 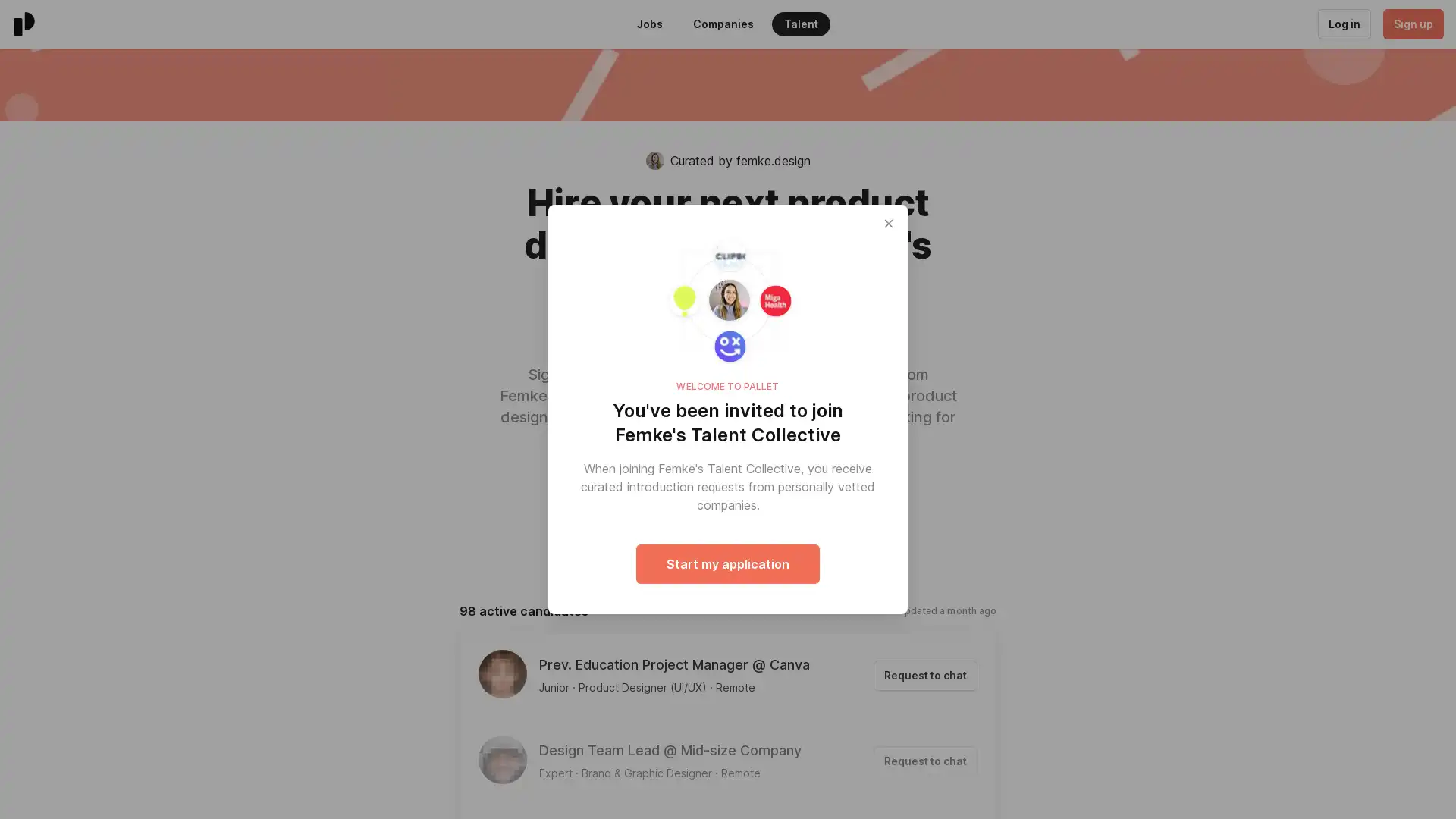 I want to click on Request to chat, so click(x=924, y=675).